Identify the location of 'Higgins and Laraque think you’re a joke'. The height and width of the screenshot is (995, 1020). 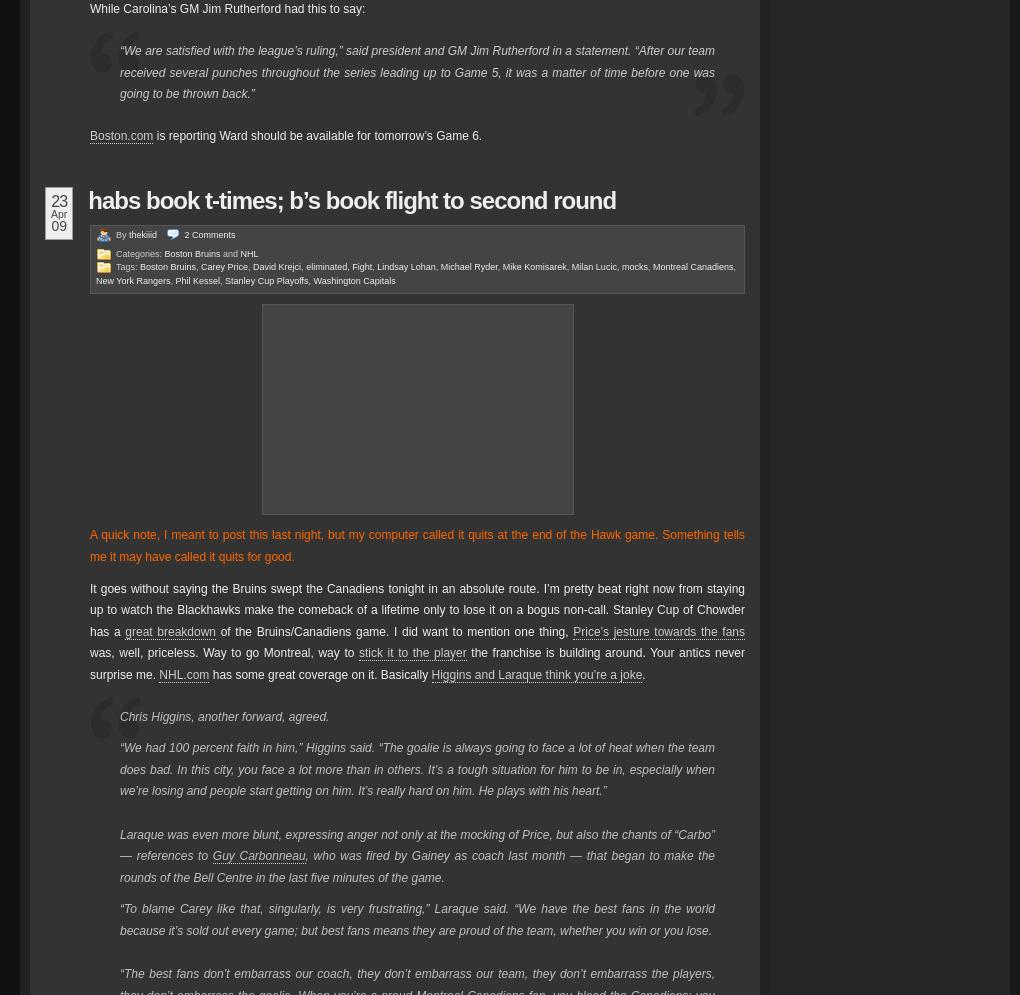
(535, 674).